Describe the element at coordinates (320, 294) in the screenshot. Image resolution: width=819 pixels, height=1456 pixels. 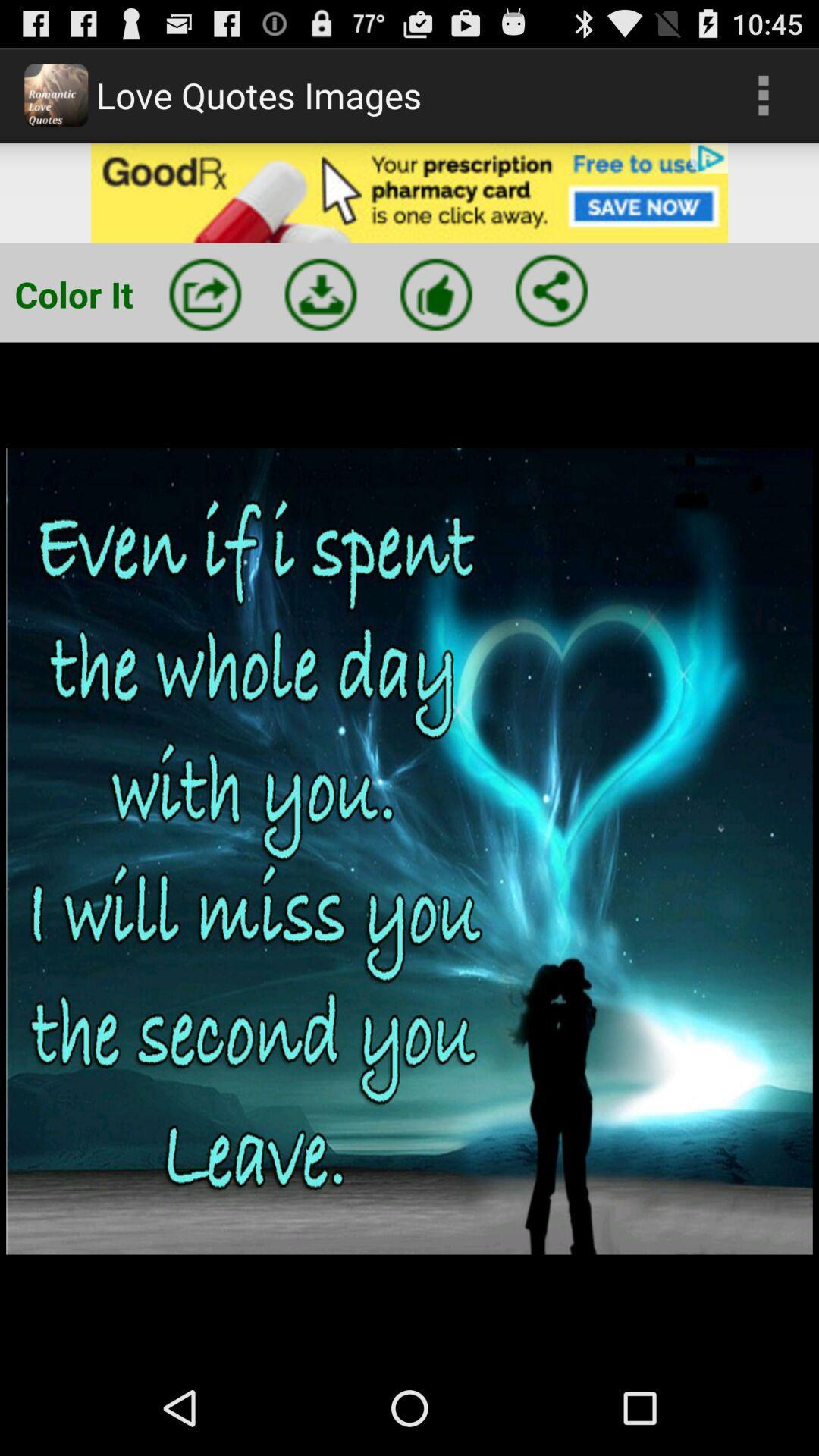
I see `press down arrow button` at that location.